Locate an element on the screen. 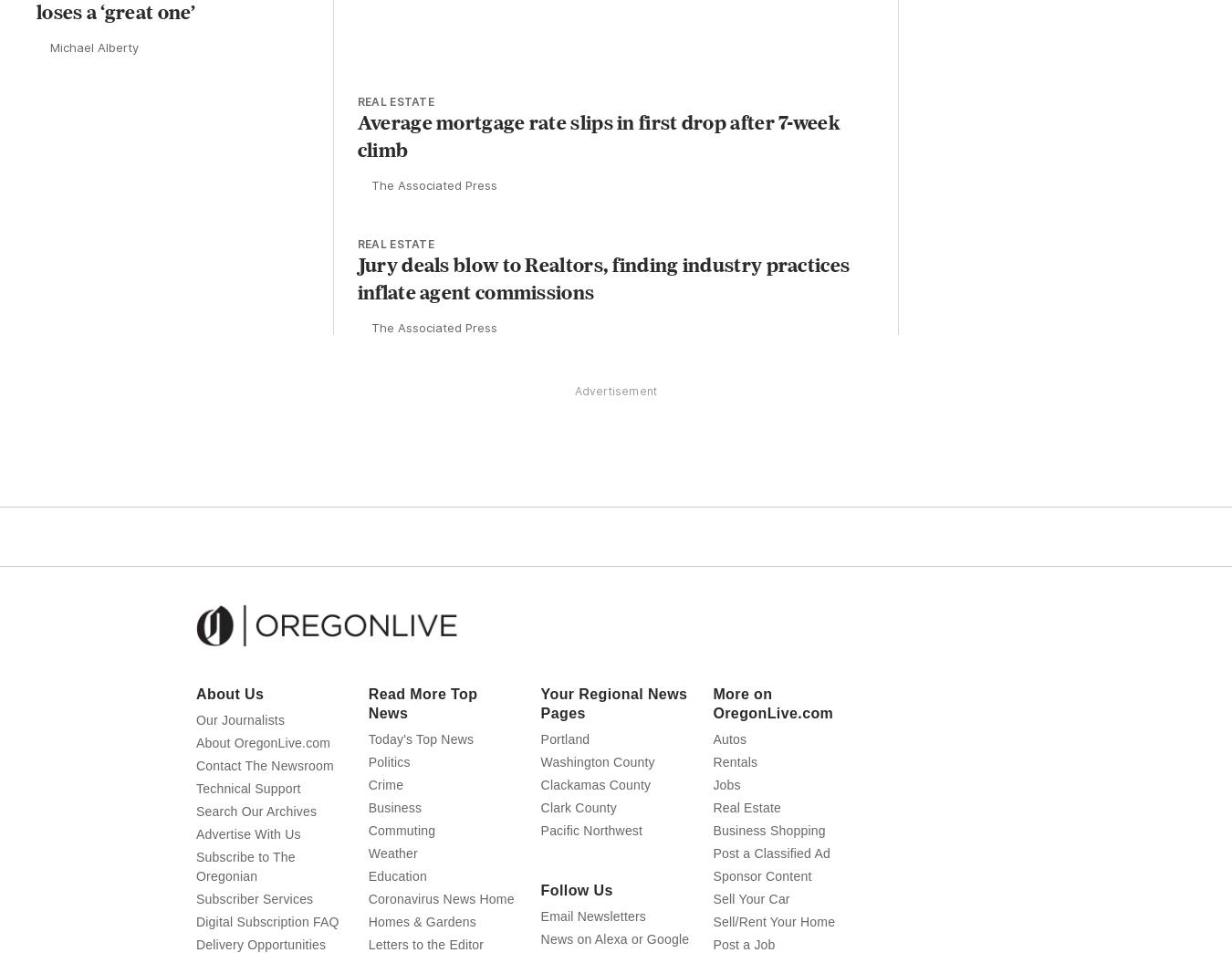 Image resolution: width=1232 pixels, height=953 pixels. 'Our Journalists' is located at coordinates (239, 754).